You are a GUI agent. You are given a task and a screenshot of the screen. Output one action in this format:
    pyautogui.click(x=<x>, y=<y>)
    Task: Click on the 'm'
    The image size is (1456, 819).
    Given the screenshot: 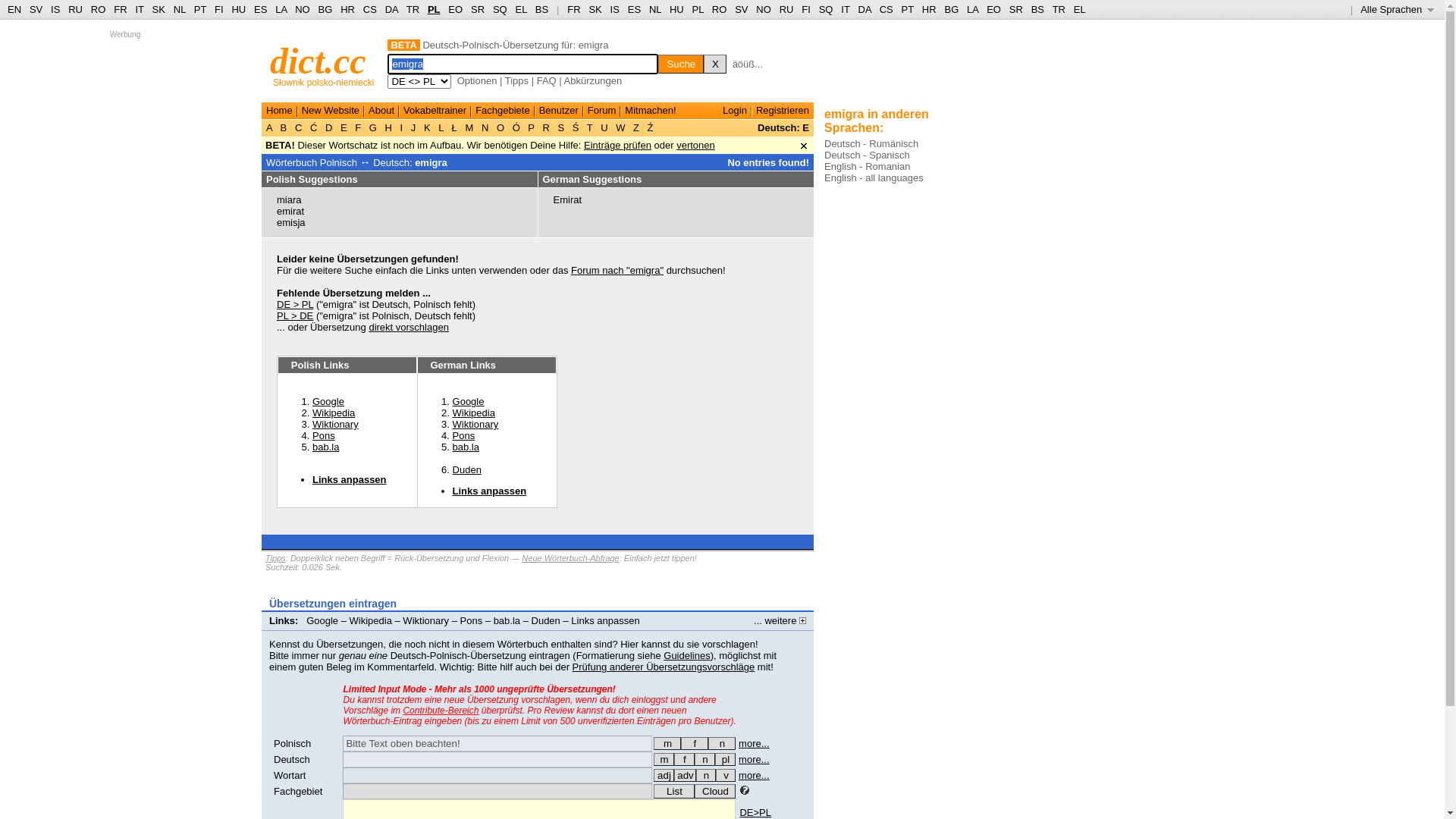 What is the action you would take?
    pyautogui.click(x=667, y=742)
    